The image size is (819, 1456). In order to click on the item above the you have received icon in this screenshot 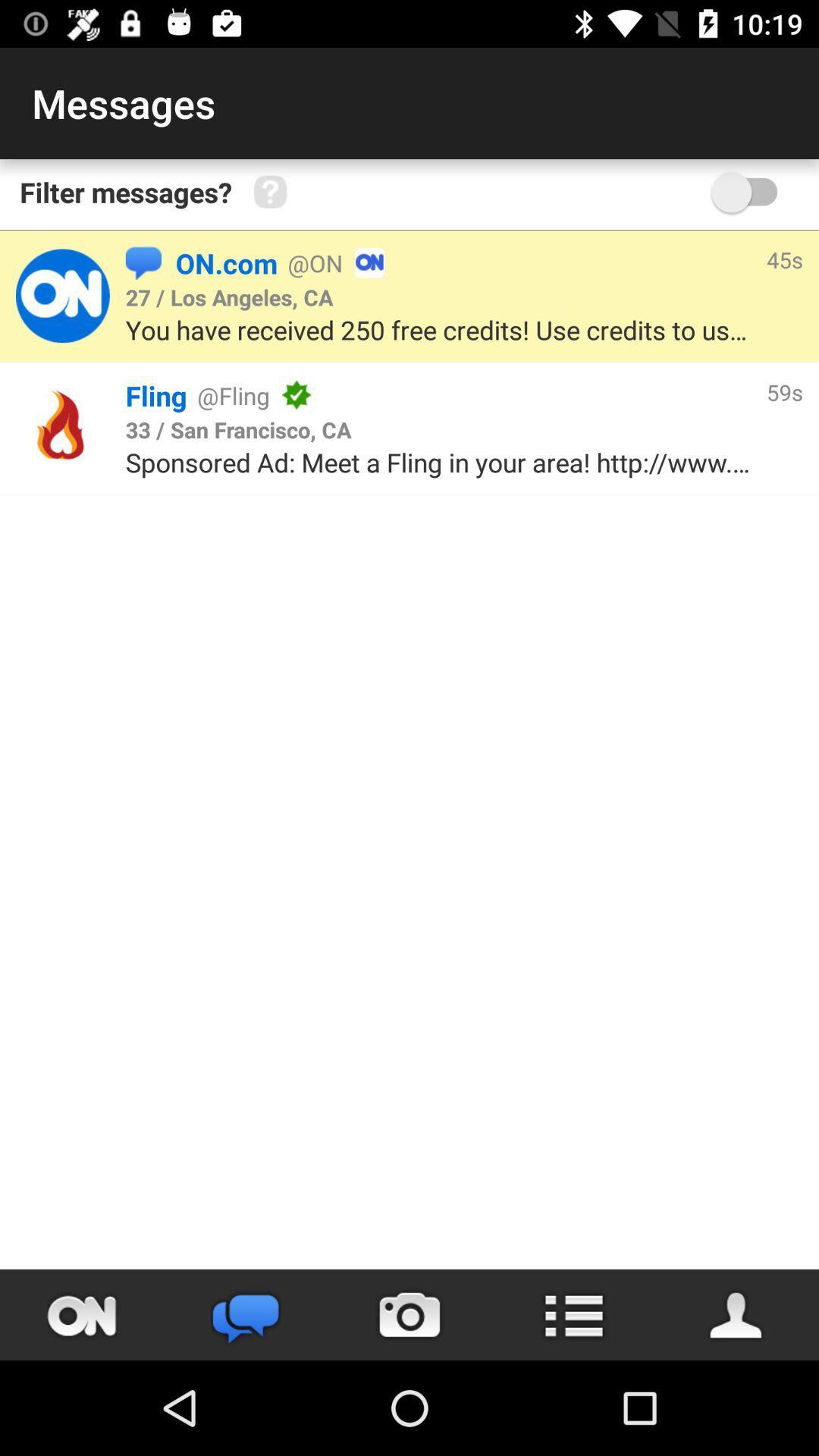, I will do `click(784, 259)`.